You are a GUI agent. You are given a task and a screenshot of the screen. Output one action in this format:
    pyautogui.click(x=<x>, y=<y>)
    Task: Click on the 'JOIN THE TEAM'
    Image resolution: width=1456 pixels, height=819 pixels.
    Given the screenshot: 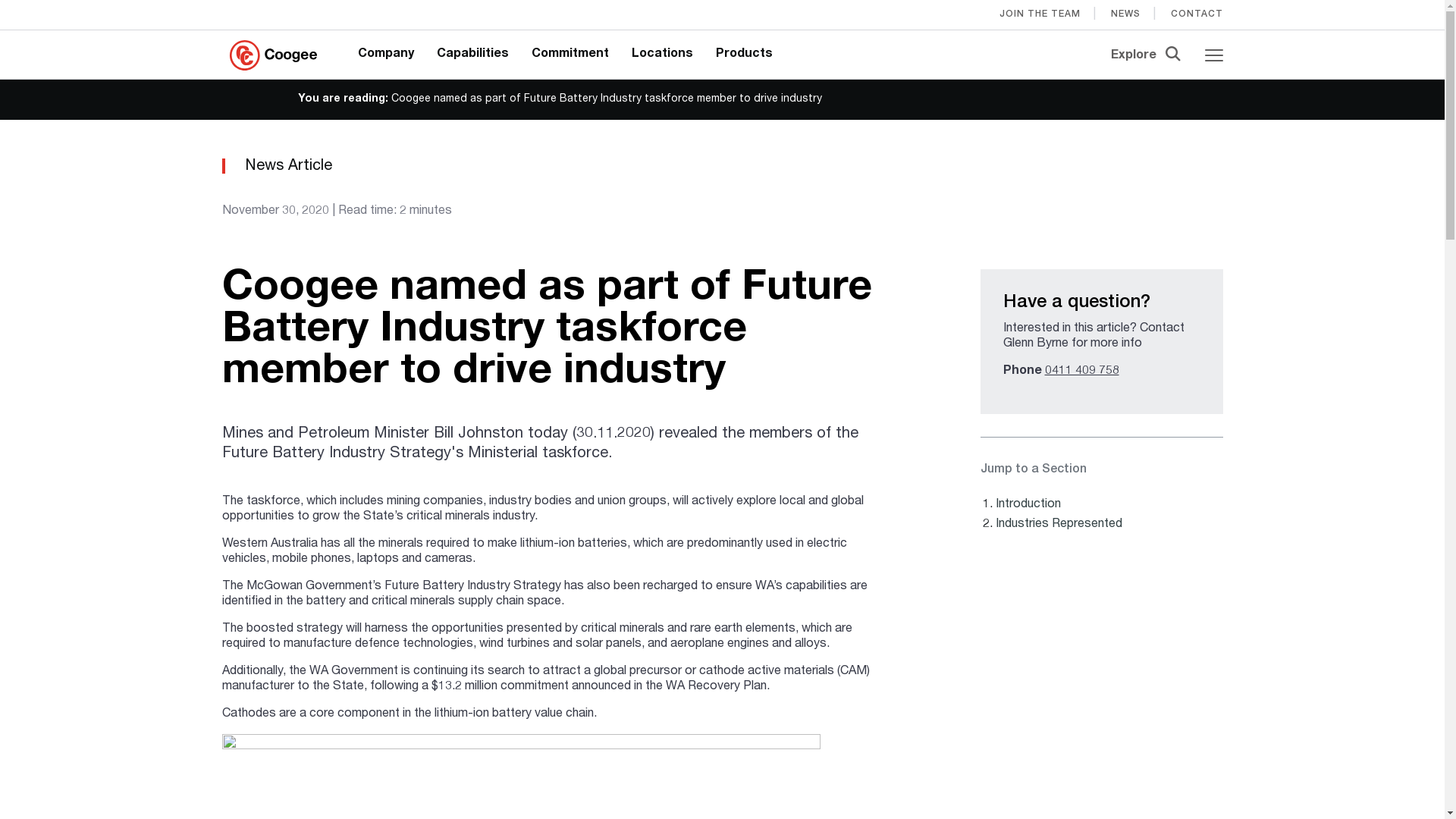 What is the action you would take?
    pyautogui.click(x=999, y=14)
    